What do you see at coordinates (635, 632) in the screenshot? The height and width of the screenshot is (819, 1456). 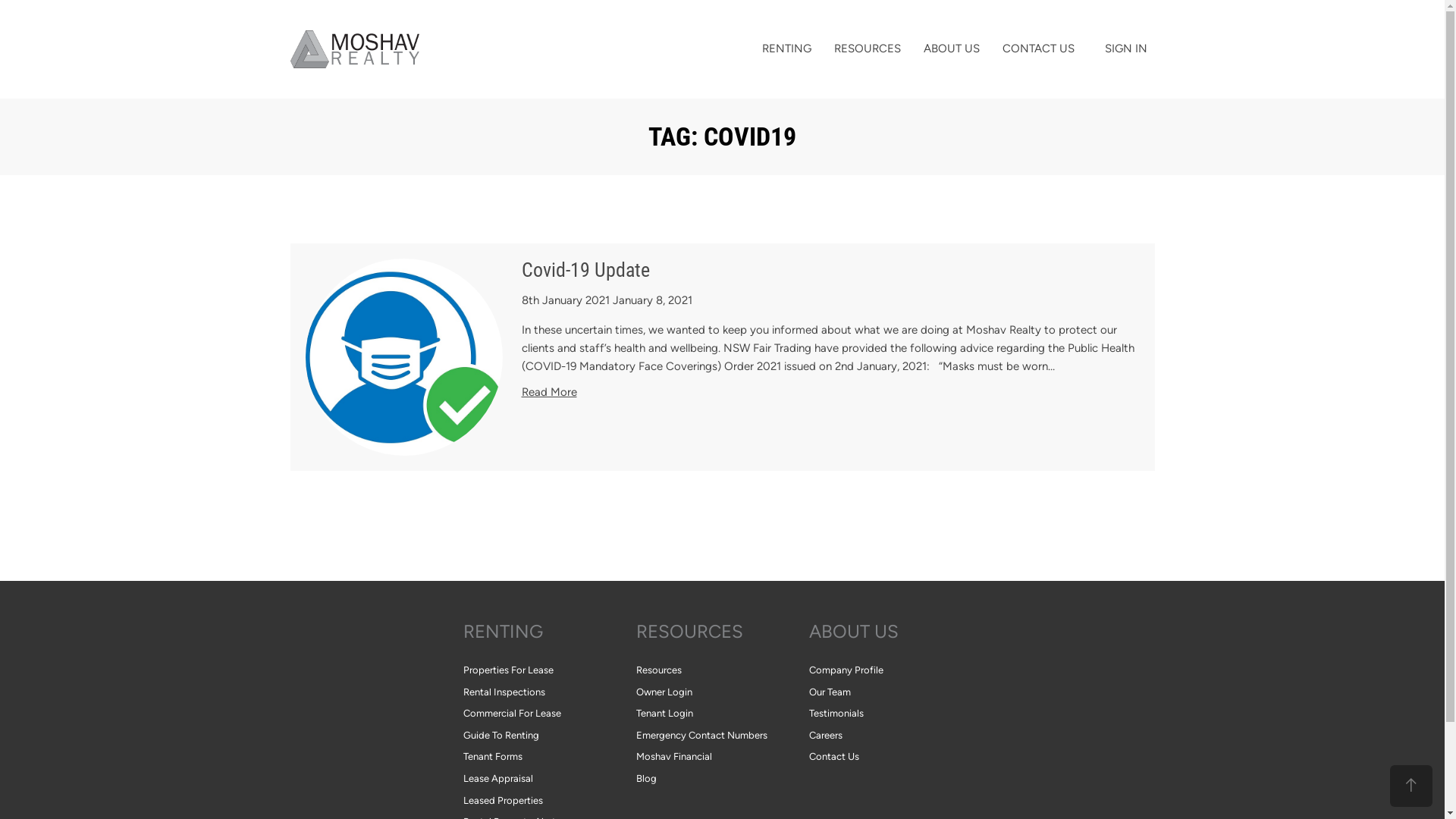 I see `'RESOURCES'` at bounding box center [635, 632].